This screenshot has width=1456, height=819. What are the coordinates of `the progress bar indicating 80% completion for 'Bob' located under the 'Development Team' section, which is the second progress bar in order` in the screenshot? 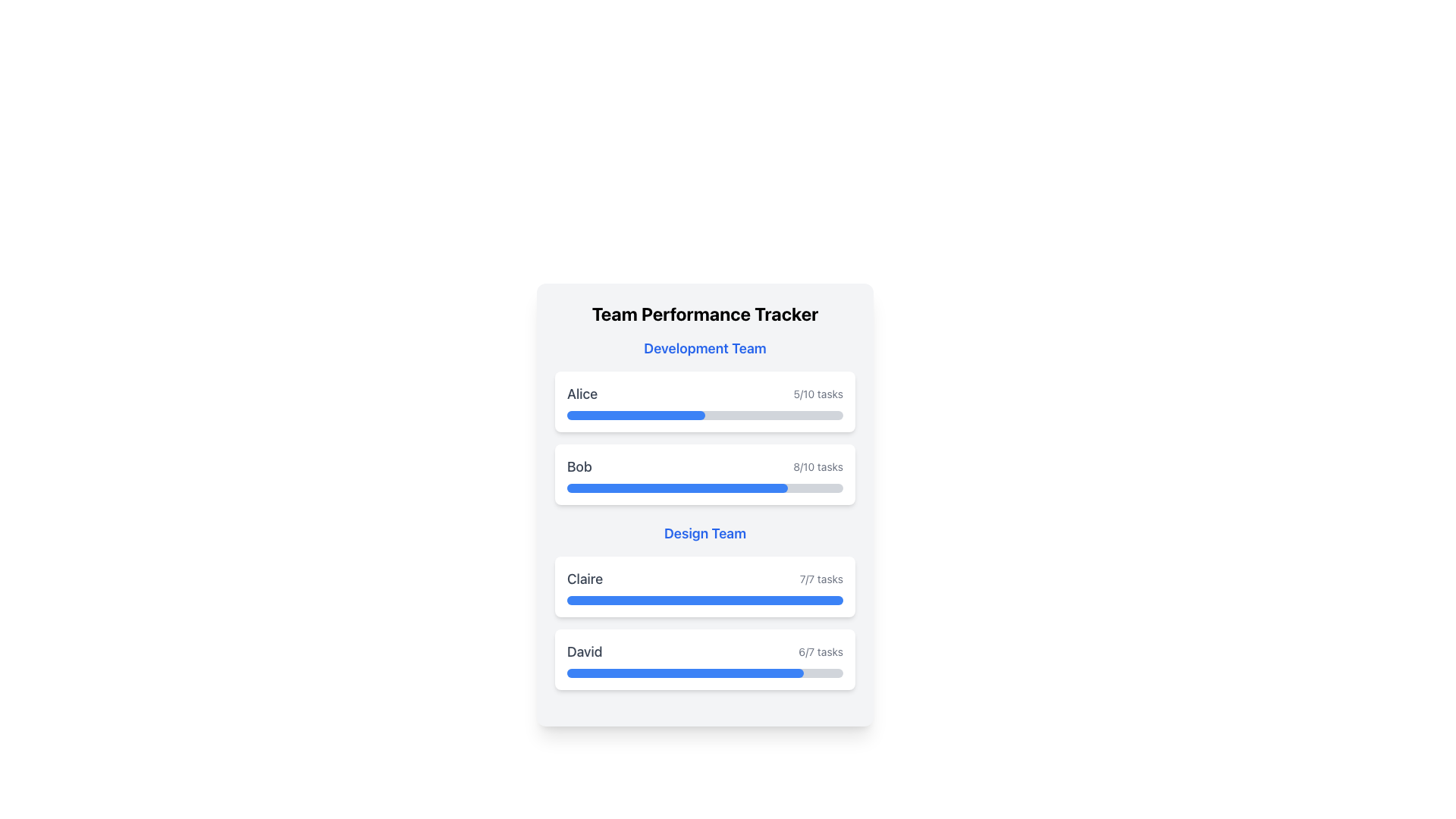 It's located at (704, 488).